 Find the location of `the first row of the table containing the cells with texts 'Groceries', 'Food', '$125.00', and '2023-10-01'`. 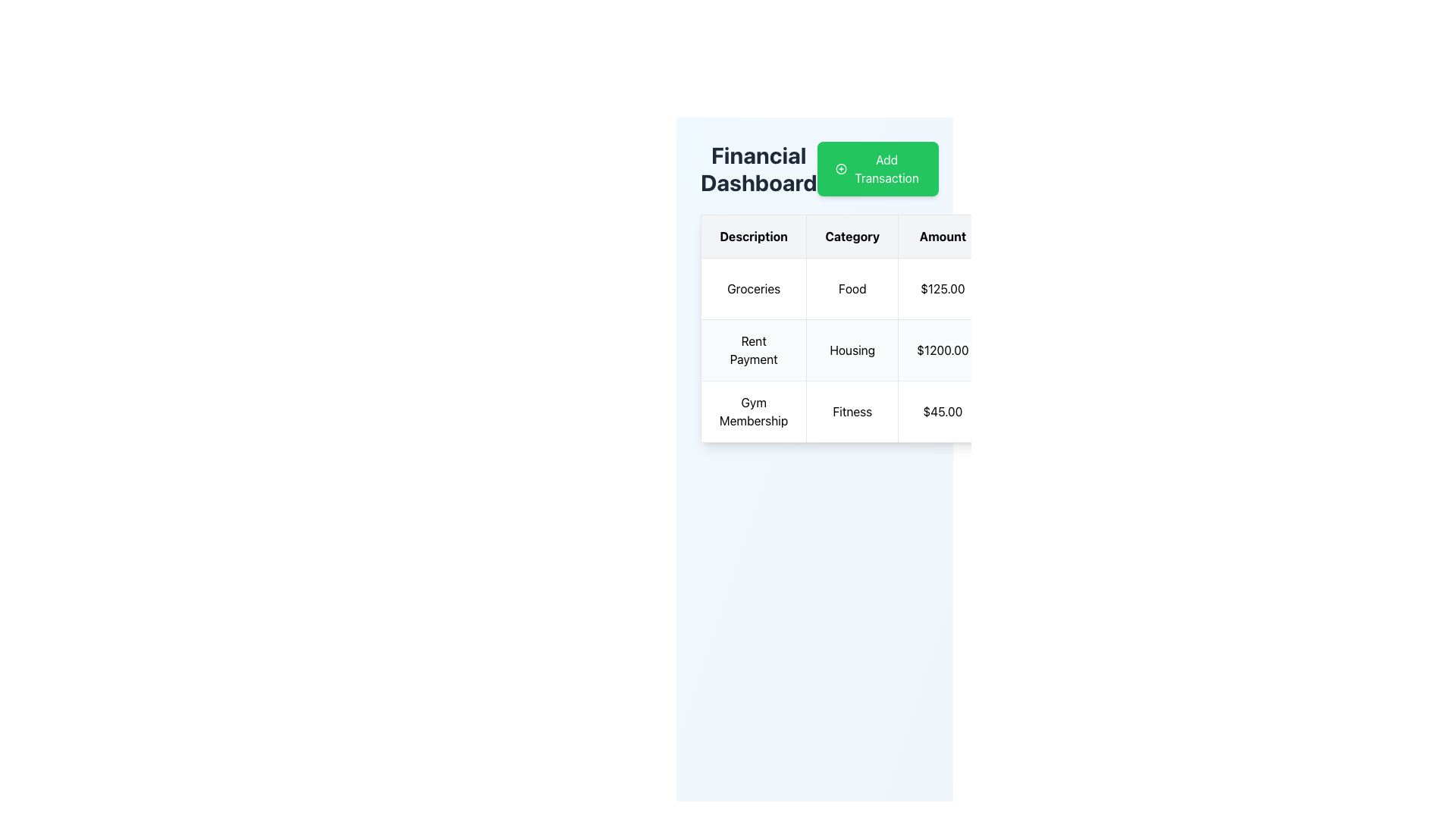

the first row of the table containing the cells with texts 'Groceries', 'Food', '$125.00', and '2023-10-01' is located at coordinates (927, 289).